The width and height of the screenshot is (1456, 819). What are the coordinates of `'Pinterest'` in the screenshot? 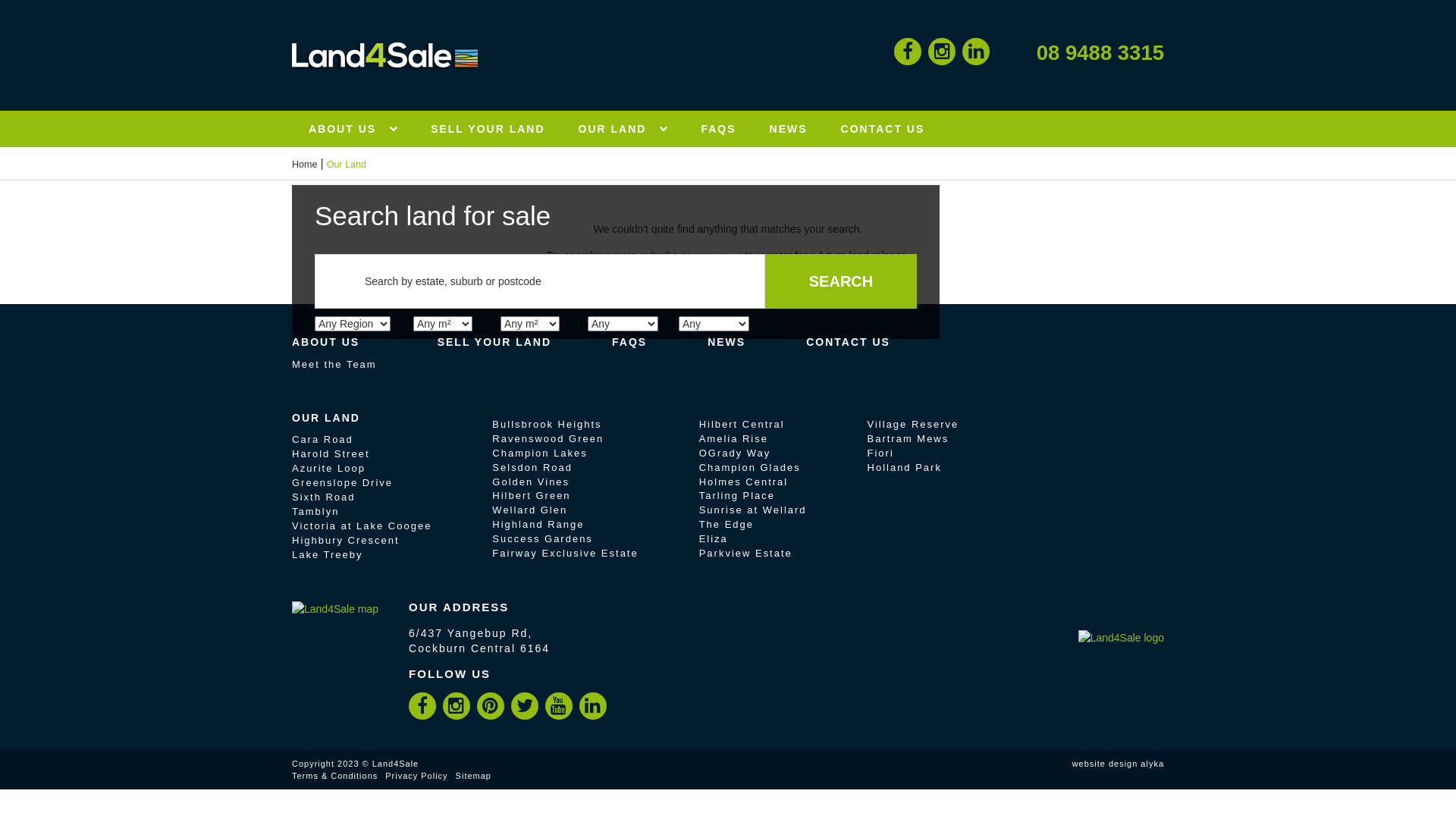 It's located at (481, 704).